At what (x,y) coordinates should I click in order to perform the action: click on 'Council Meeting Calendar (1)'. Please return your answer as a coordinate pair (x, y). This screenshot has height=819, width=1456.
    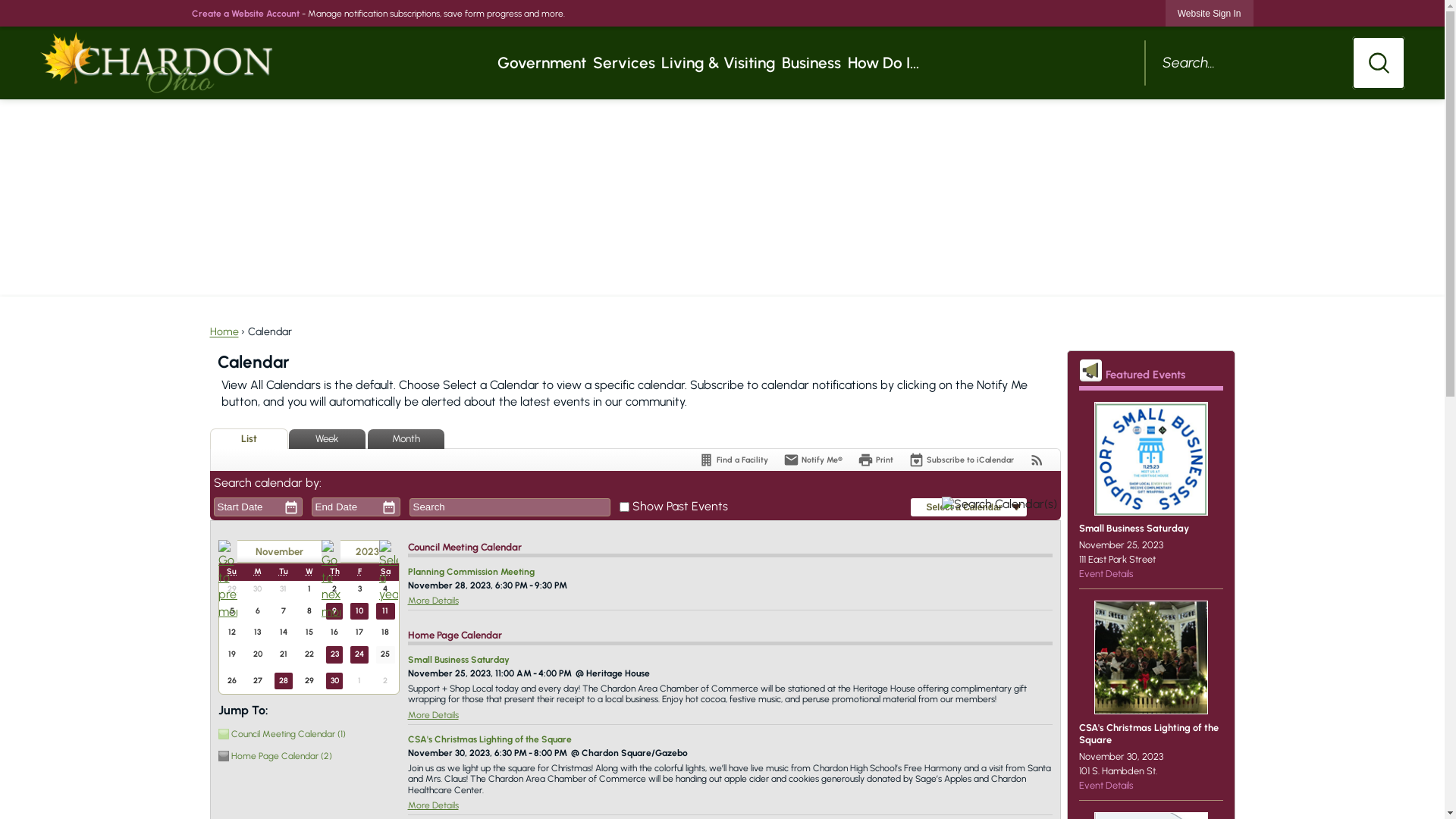
    Looking at the image, I should click on (305, 733).